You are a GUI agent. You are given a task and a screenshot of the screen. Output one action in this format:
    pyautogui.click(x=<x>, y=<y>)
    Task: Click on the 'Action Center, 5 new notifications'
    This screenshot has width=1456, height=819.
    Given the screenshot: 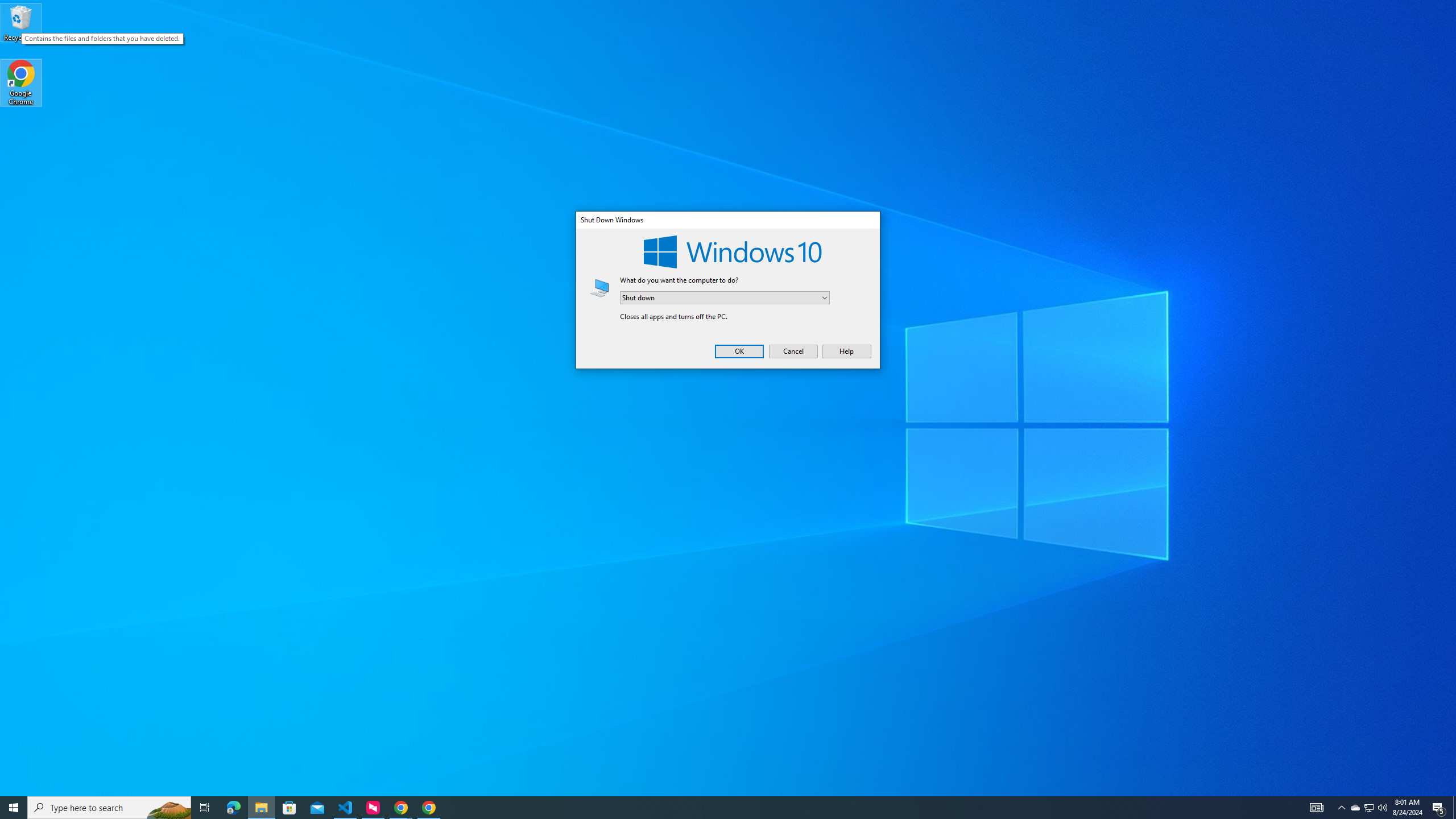 What is the action you would take?
    pyautogui.click(x=1381, y=806)
    